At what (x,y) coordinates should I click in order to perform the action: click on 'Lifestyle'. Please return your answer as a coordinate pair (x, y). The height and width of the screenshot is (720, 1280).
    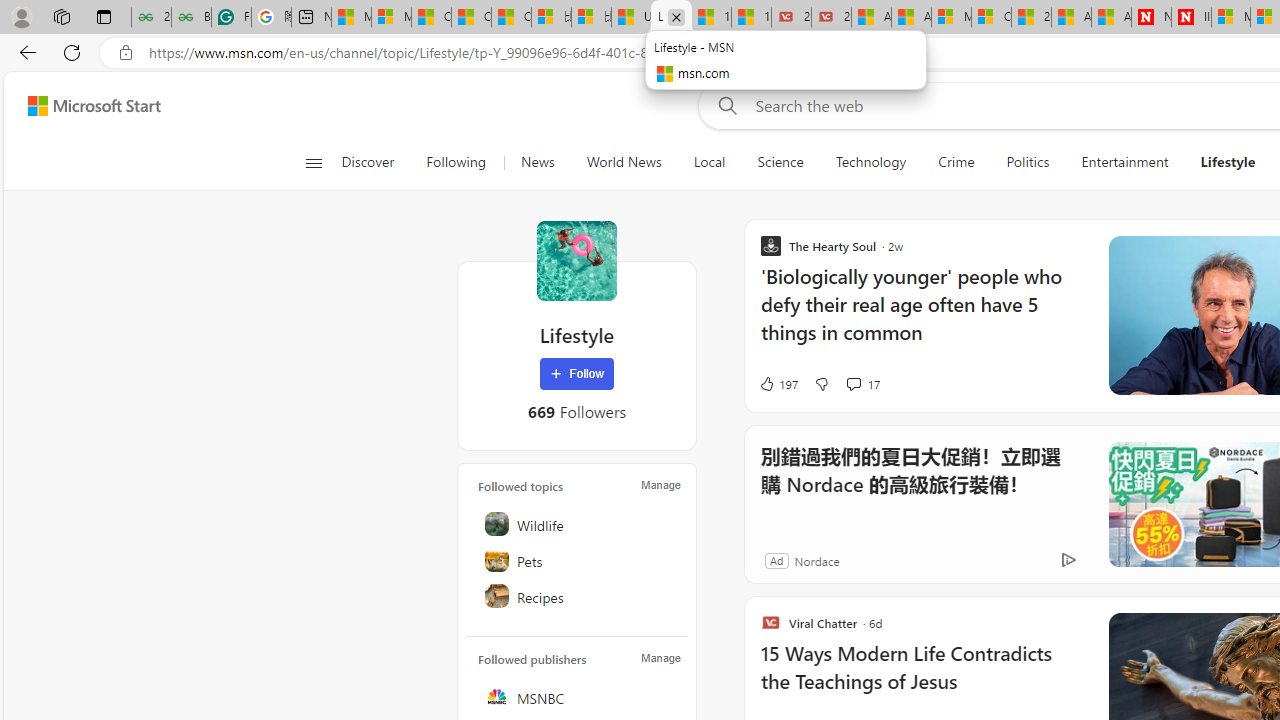
    Looking at the image, I should click on (576, 260).